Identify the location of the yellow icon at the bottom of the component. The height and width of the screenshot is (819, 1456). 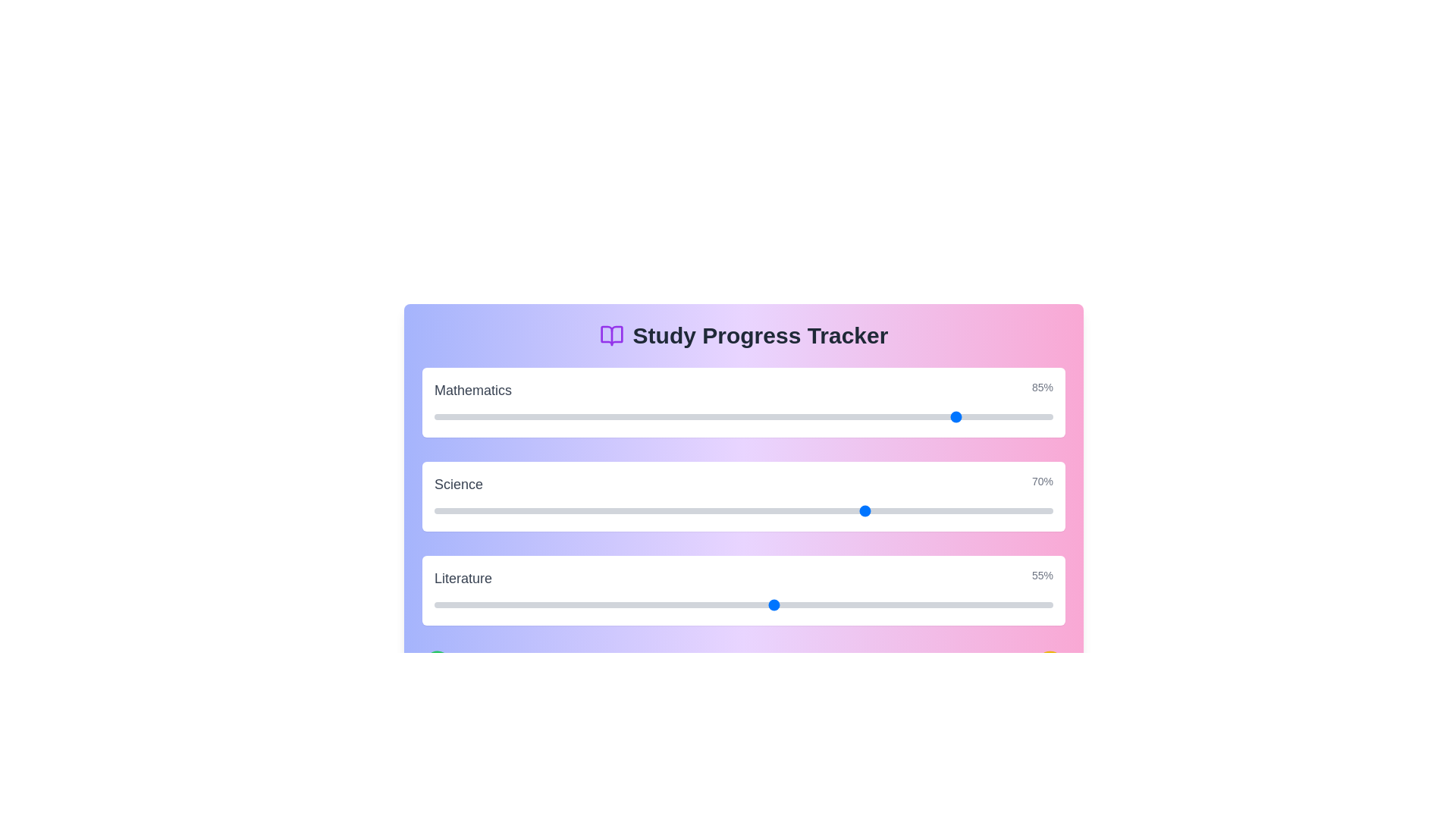
(1050, 664).